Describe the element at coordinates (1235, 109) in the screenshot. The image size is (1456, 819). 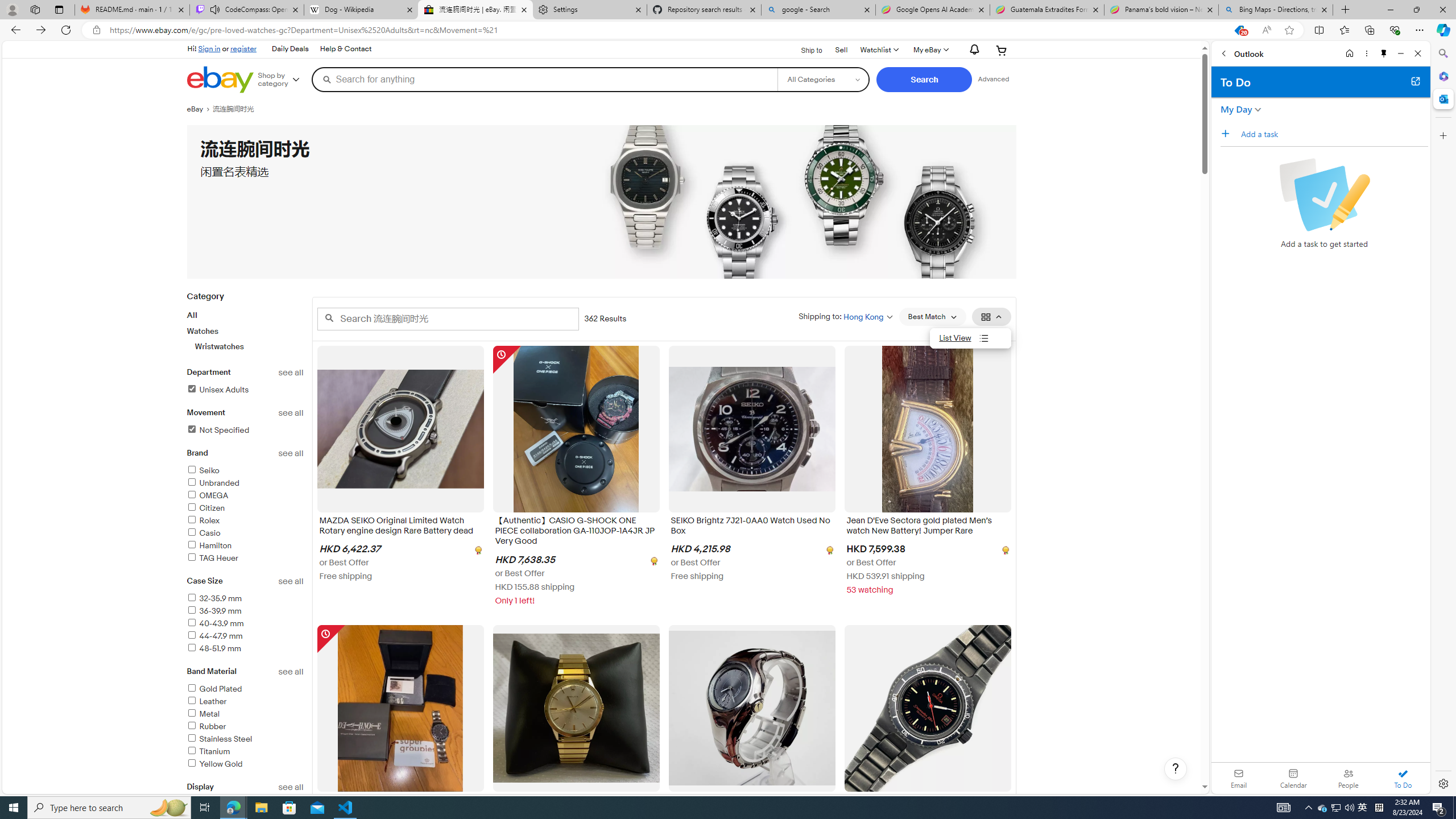
I see `'My Day'` at that location.